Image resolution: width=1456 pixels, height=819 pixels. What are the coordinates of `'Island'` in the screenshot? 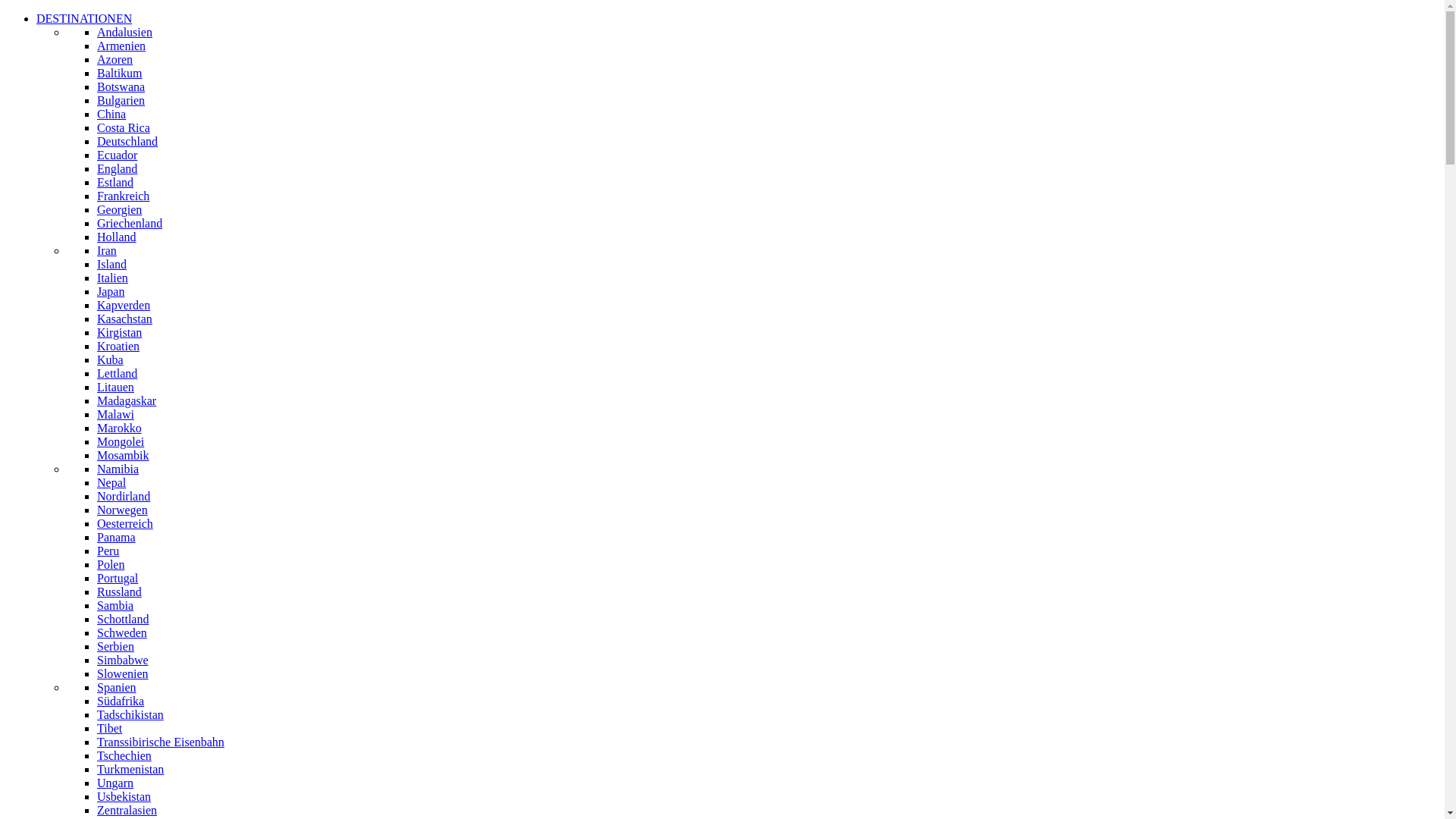 It's located at (111, 263).